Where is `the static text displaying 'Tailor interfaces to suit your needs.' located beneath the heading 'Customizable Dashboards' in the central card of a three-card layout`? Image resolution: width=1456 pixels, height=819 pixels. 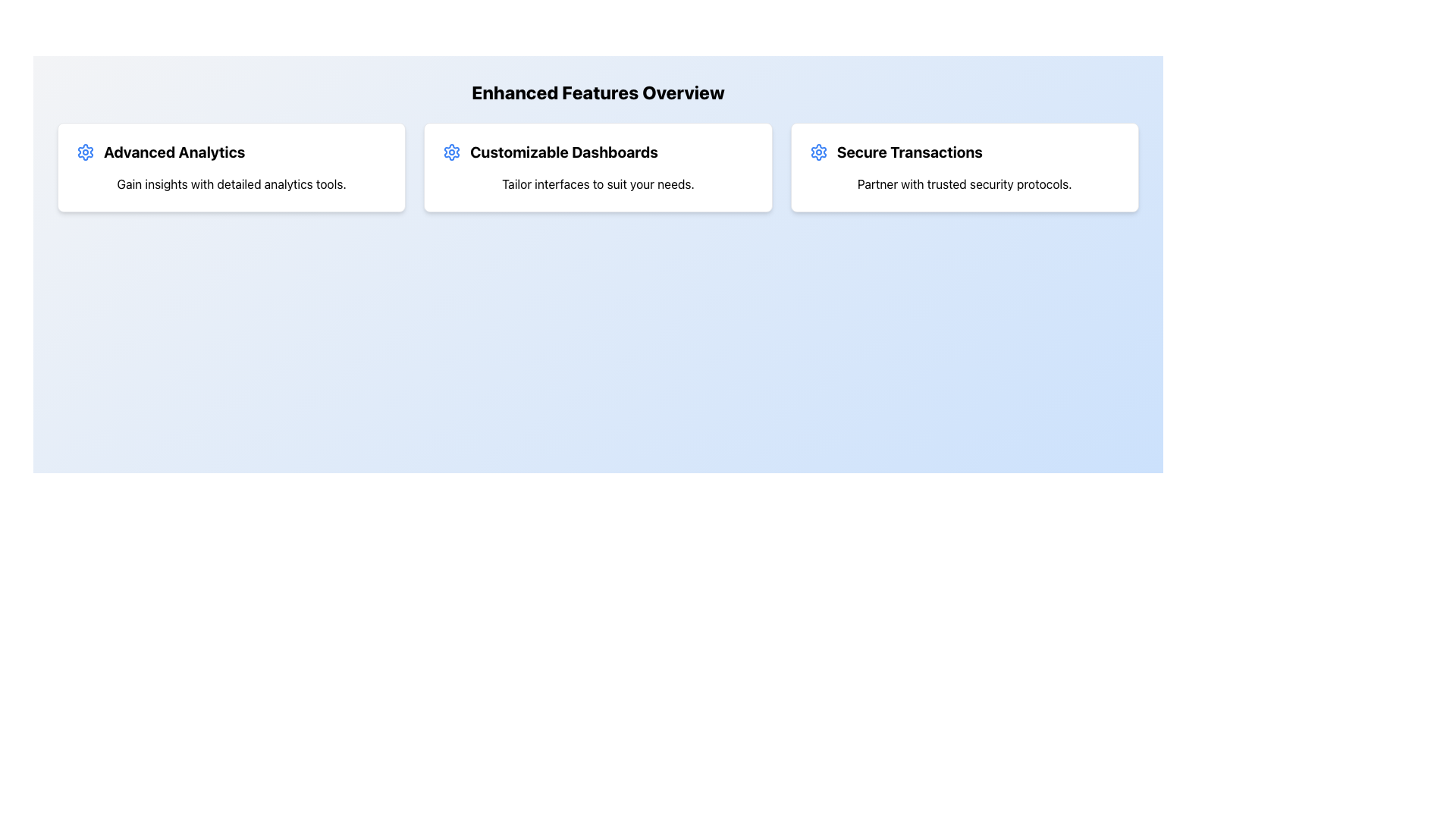 the static text displaying 'Tailor interfaces to suit your needs.' located beneath the heading 'Customizable Dashboards' in the central card of a three-card layout is located at coordinates (597, 184).